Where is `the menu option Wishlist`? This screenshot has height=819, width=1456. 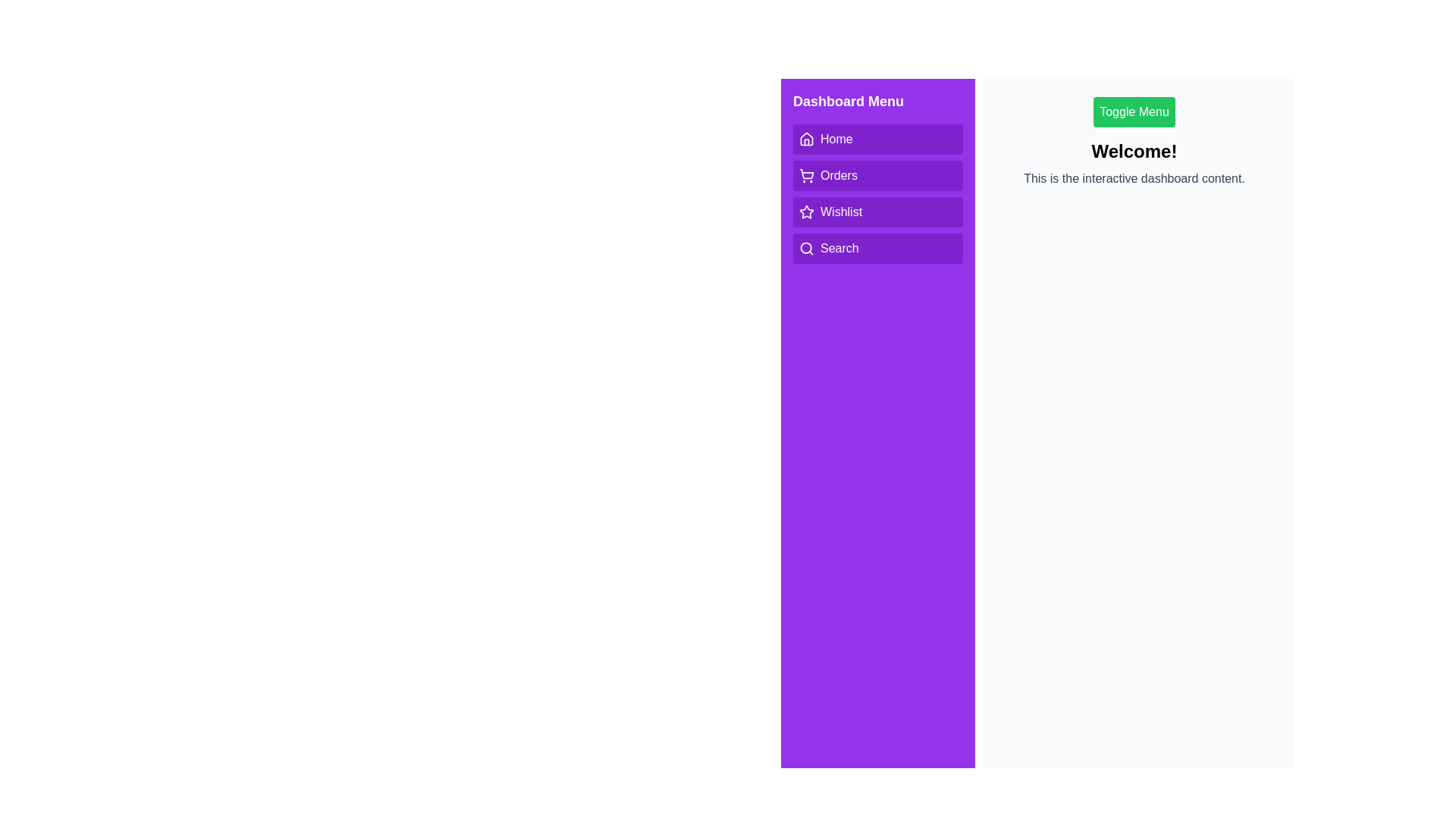 the menu option Wishlist is located at coordinates (877, 212).